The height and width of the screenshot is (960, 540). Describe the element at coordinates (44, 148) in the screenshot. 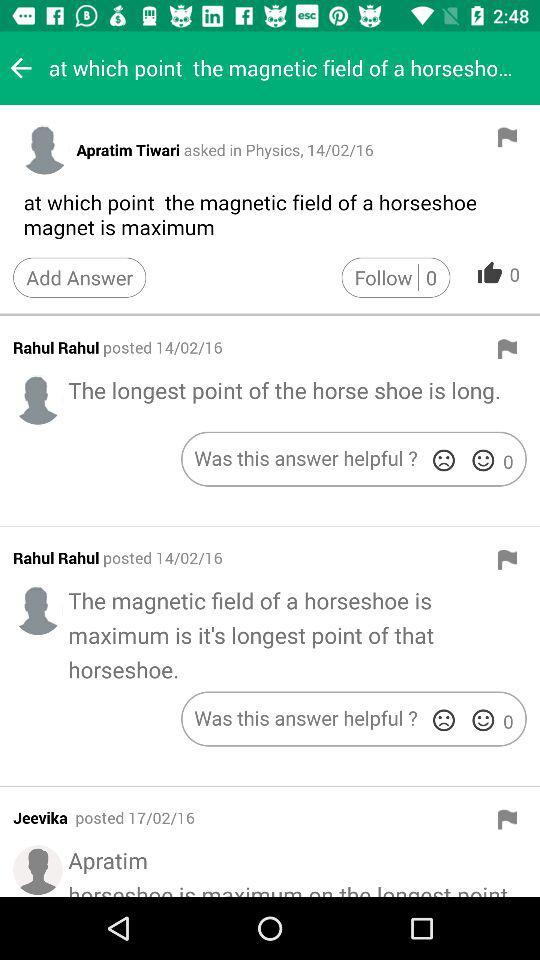

I see `profile picture button` at that location.